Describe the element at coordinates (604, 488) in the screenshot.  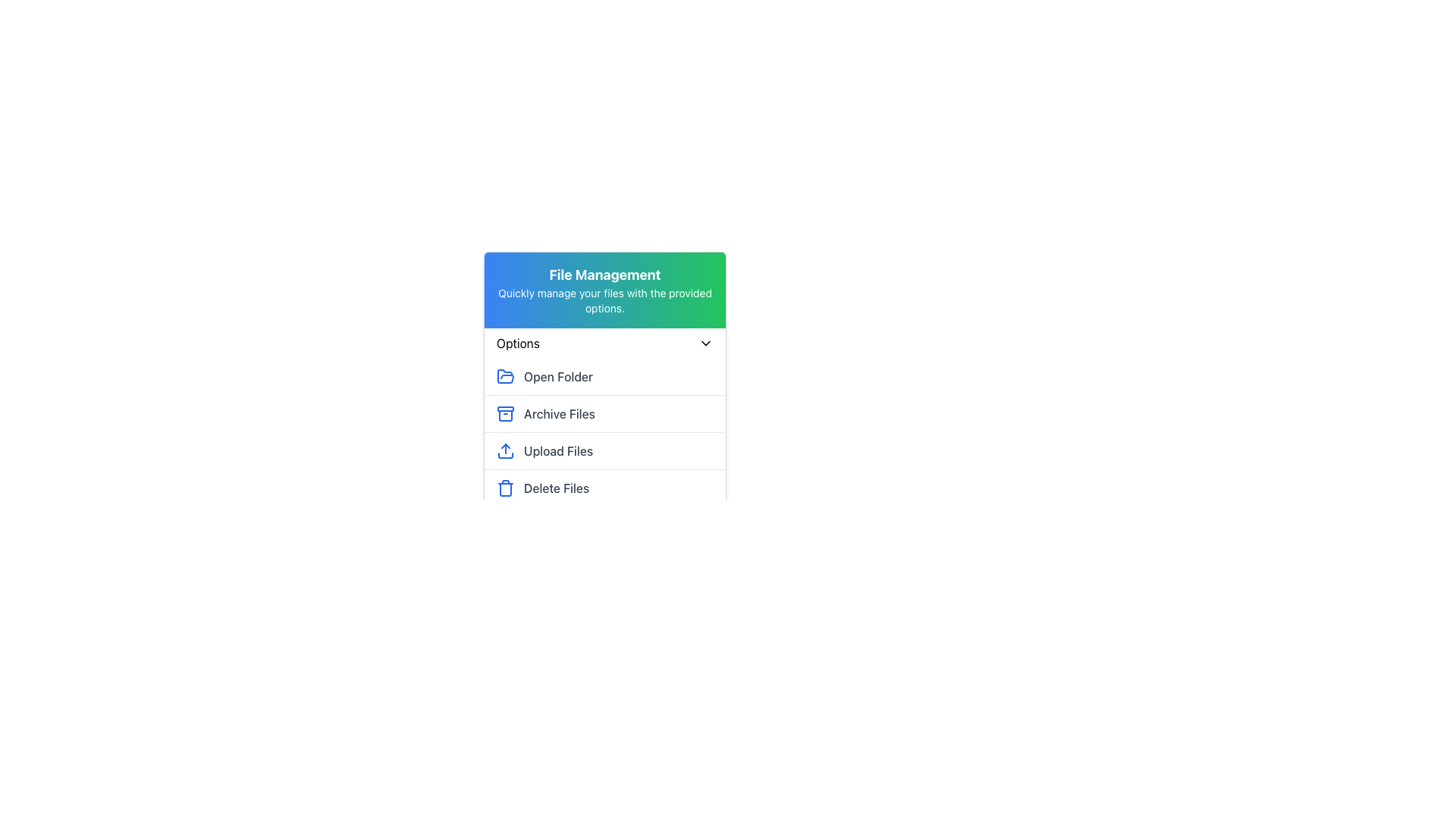
I see `the menu option for deleting files, which is the fourth entry in the vertical list located at the bottom under 'Open Folder', 'Archive Files', and 'Upload Files'` at that location.